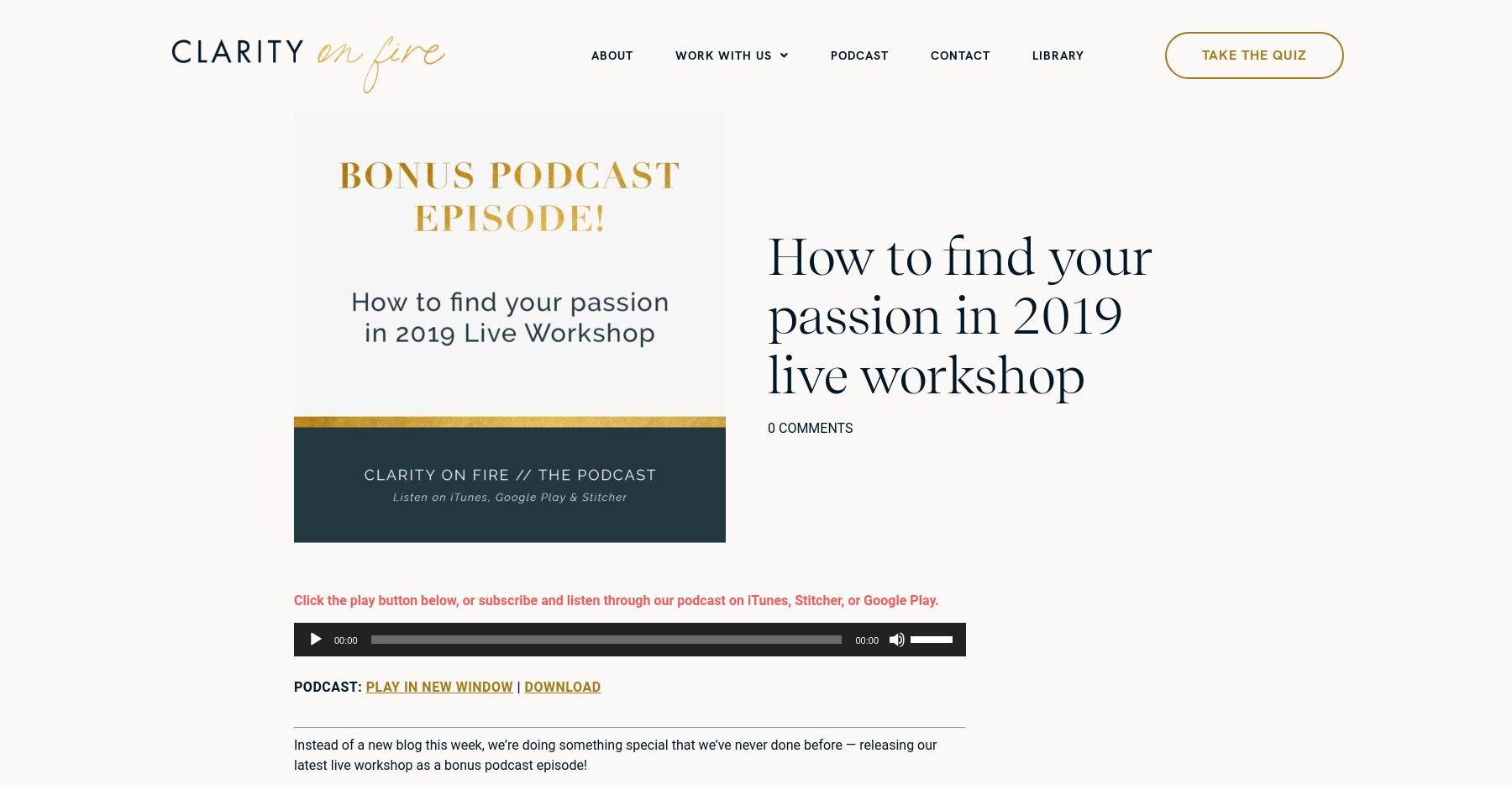 The height and width of the screenshot is (785, 1512). What do you see at coordinates (590, 55) in the screenshot?
I see `'ABOUT'` at bounding box center [590, 55].